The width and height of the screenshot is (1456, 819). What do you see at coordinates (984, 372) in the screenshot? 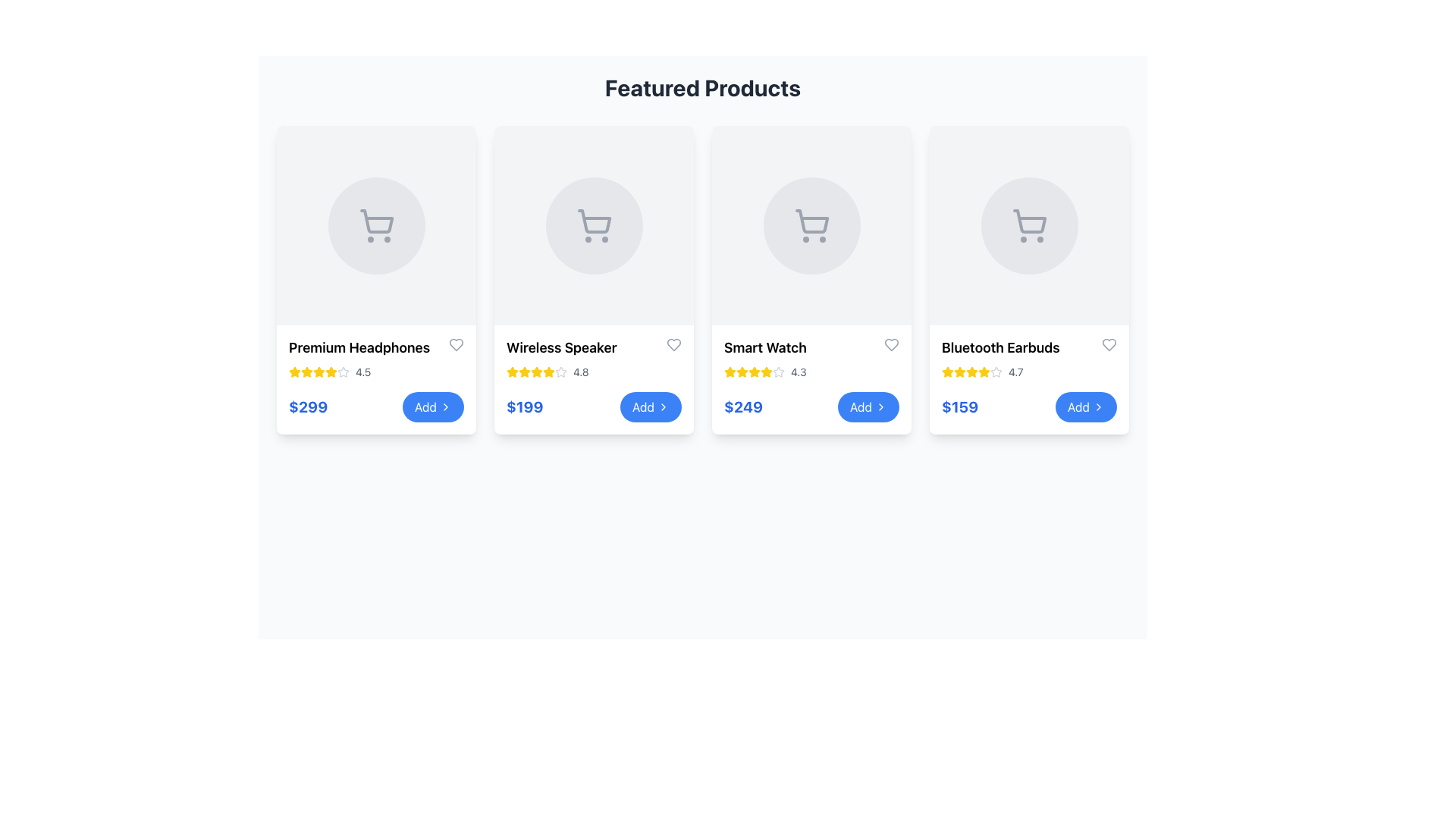
I see `the star icon representing the rating for the 'Bluetooth Earbuds' product, which shows an average rating of '4.7'` at bounding box center [984, 372].